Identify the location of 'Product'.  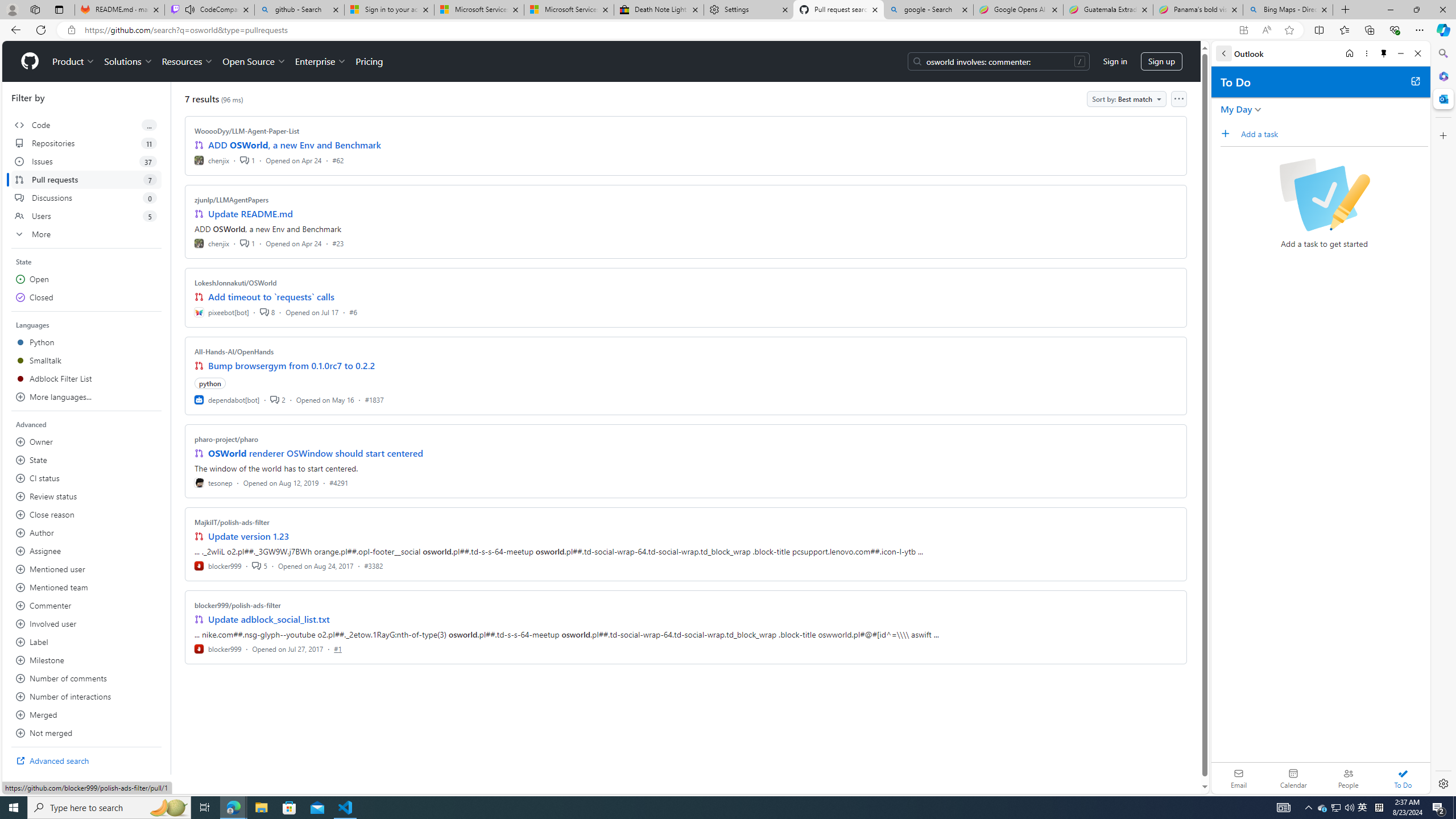
(74, 61).